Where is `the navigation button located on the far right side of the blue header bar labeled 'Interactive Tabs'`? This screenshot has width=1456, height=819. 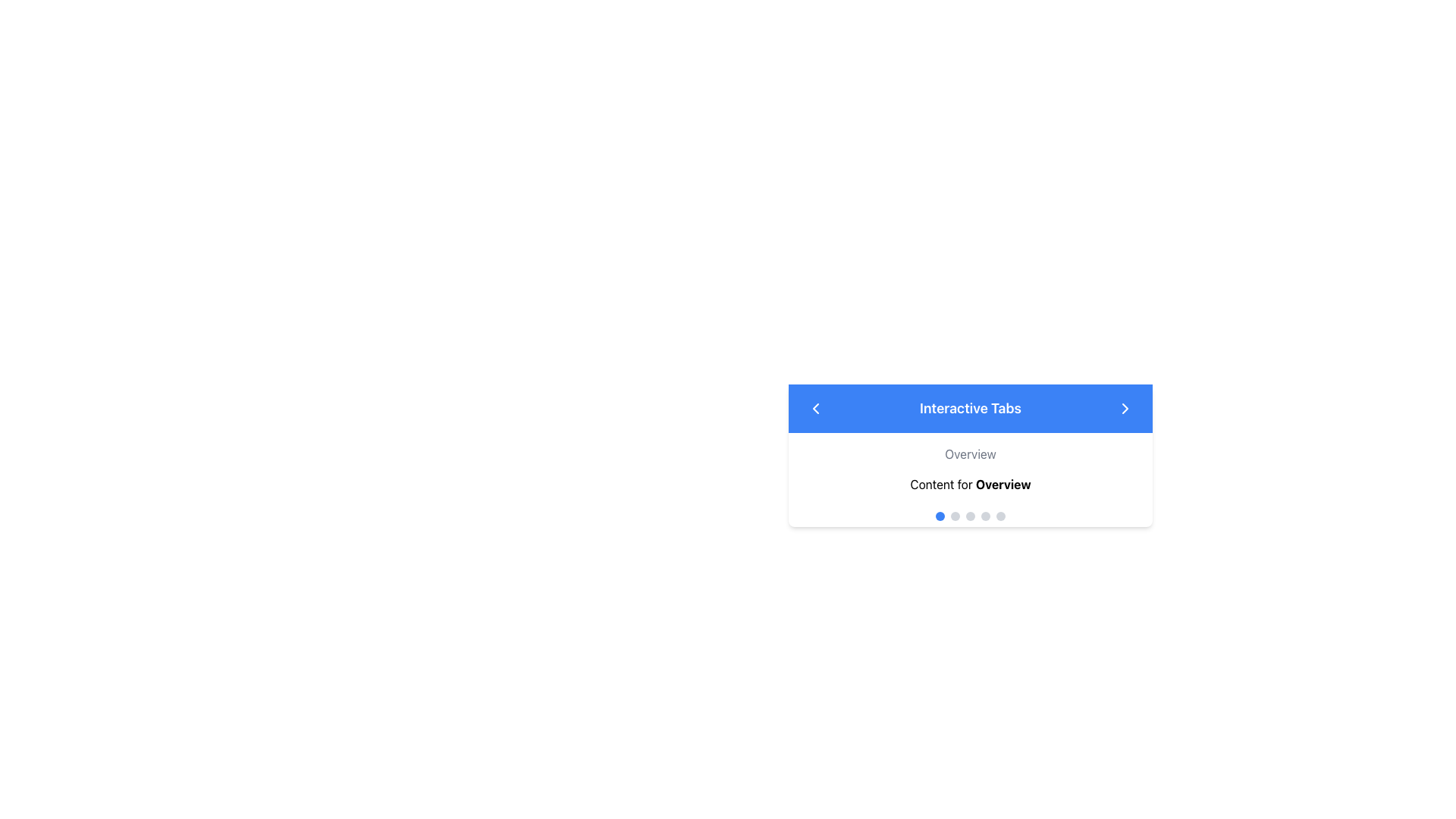 the navigation button located on the far right side of the blue header bar labeled 'Interactive Tabs' is located at coordinates (1125, 408).